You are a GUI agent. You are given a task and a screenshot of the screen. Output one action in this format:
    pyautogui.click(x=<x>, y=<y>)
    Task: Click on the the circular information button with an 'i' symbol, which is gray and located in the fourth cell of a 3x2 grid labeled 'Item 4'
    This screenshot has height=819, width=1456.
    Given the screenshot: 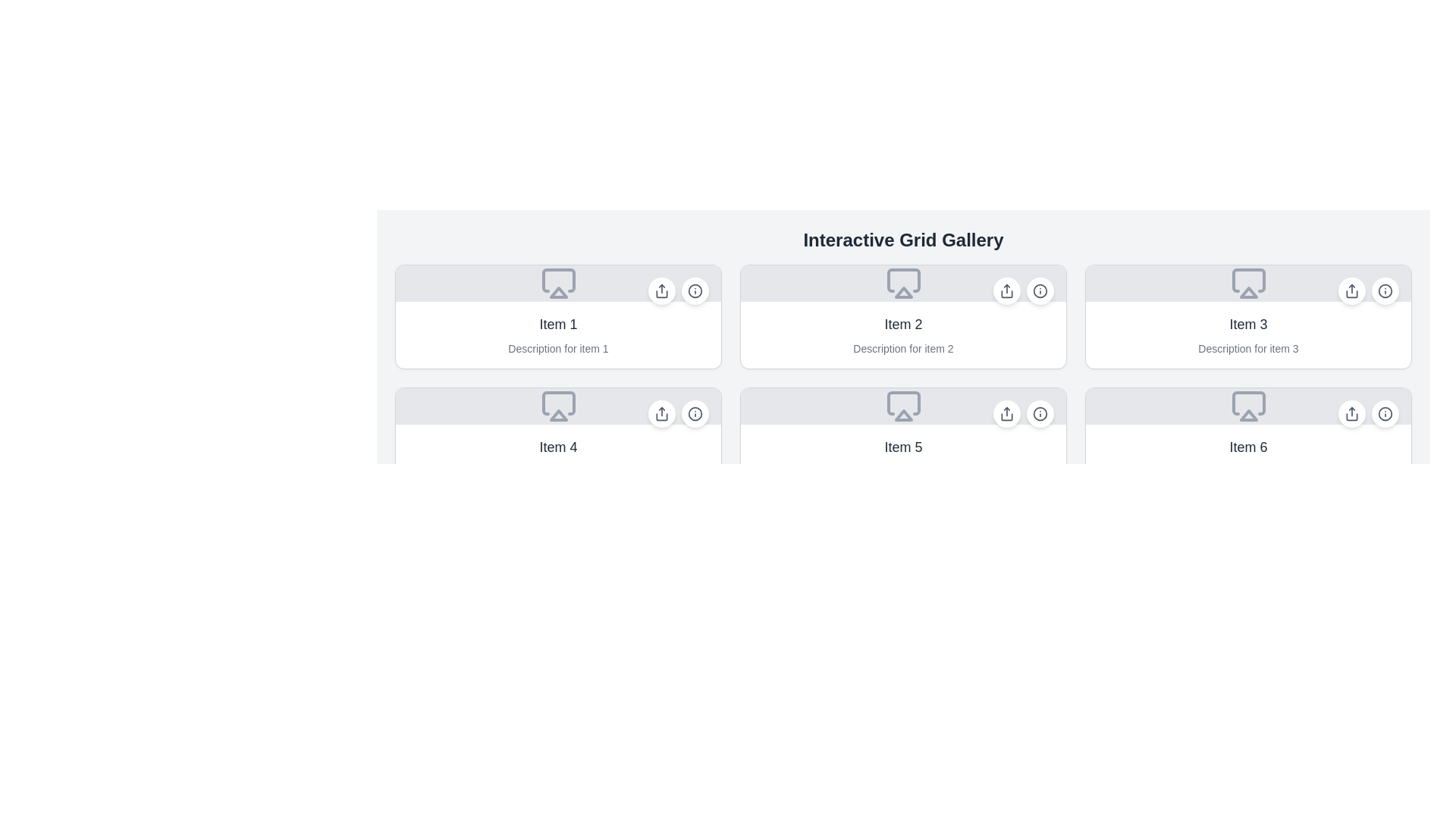 What is the action you would take?
    pyautogui.click(x=694, y=414)
    